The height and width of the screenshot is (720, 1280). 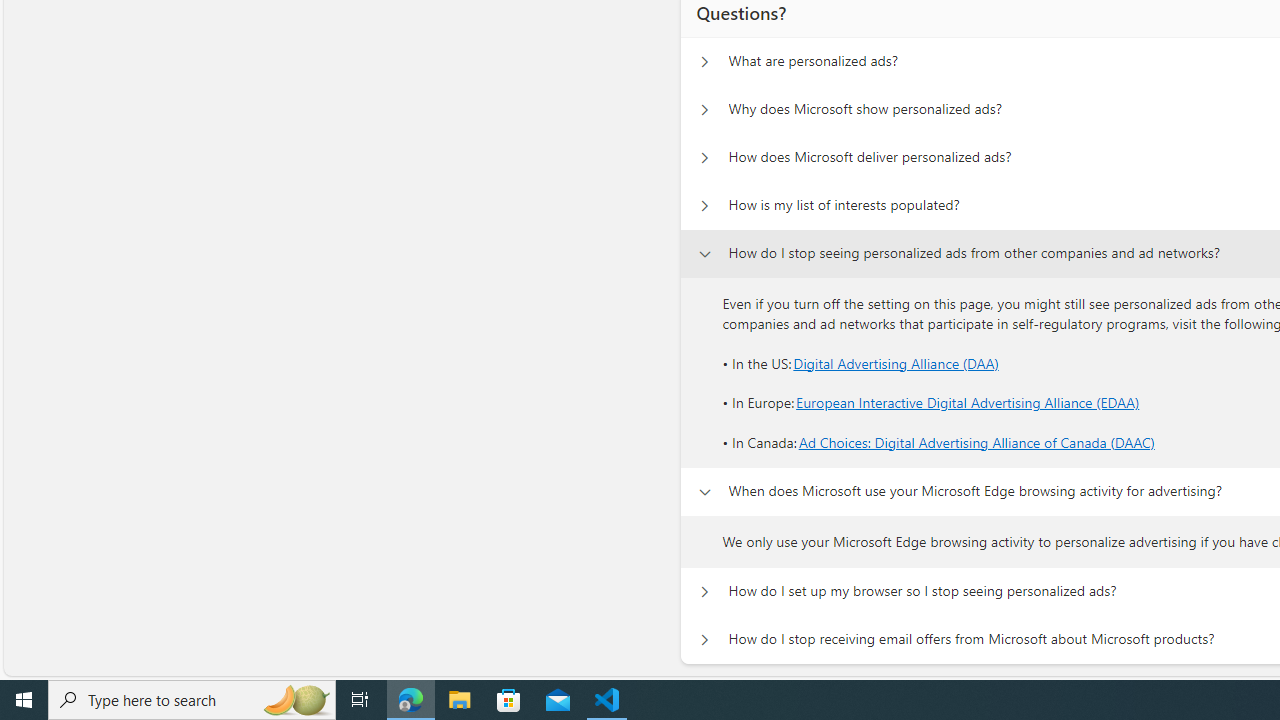 What do you see at coordinates (704, 61) in the screenshot?
I see `'Questions? What are personalized ads?'` at bounding box center [704, 61].